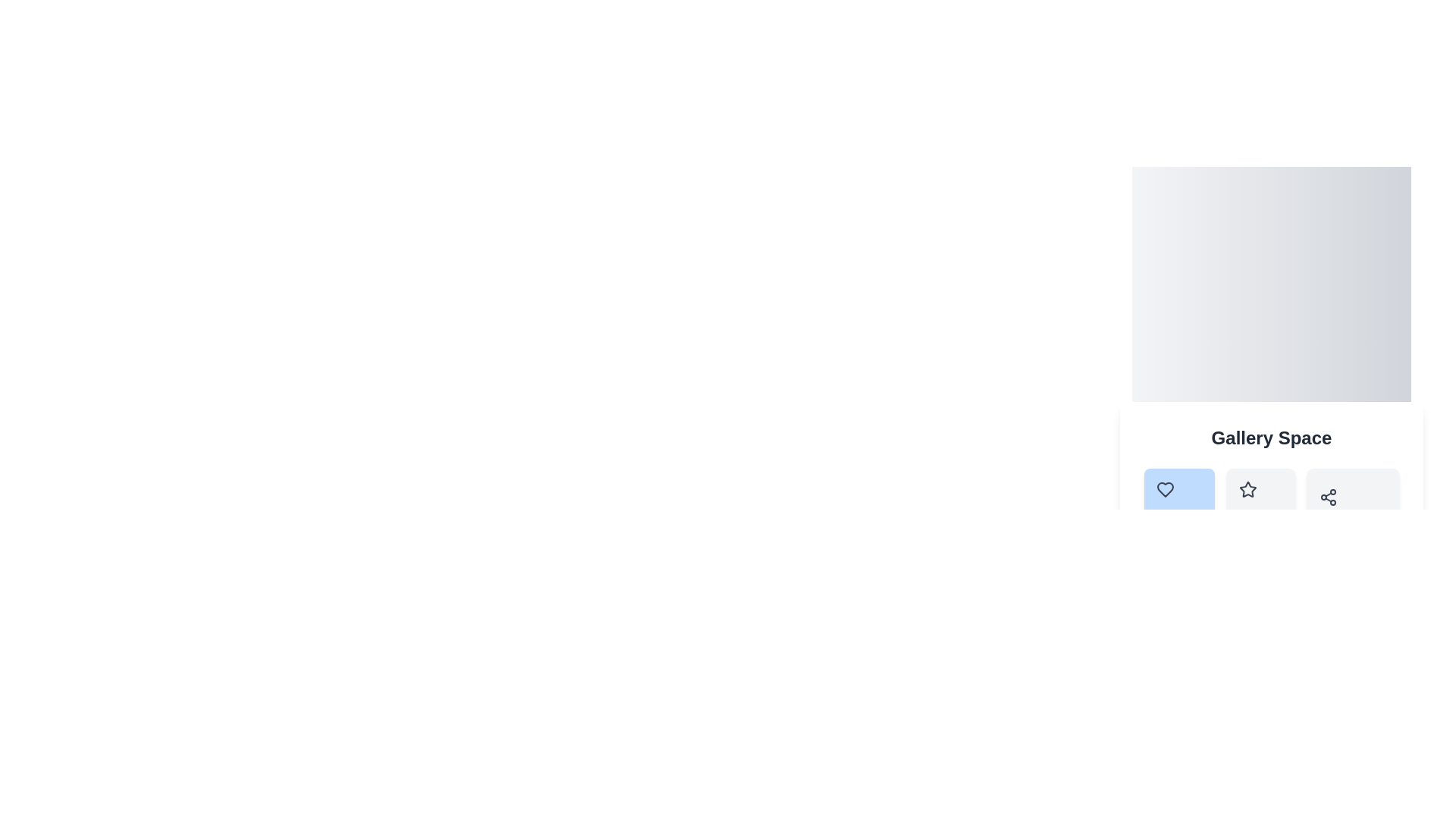 This screenshot has width=1456, height=819. I want to click on the star-shaped icon with a hollow center, styled with a thin black outline, located in the horizontal row of icons below the 'Gallery Space' title, so click(1248, 489).